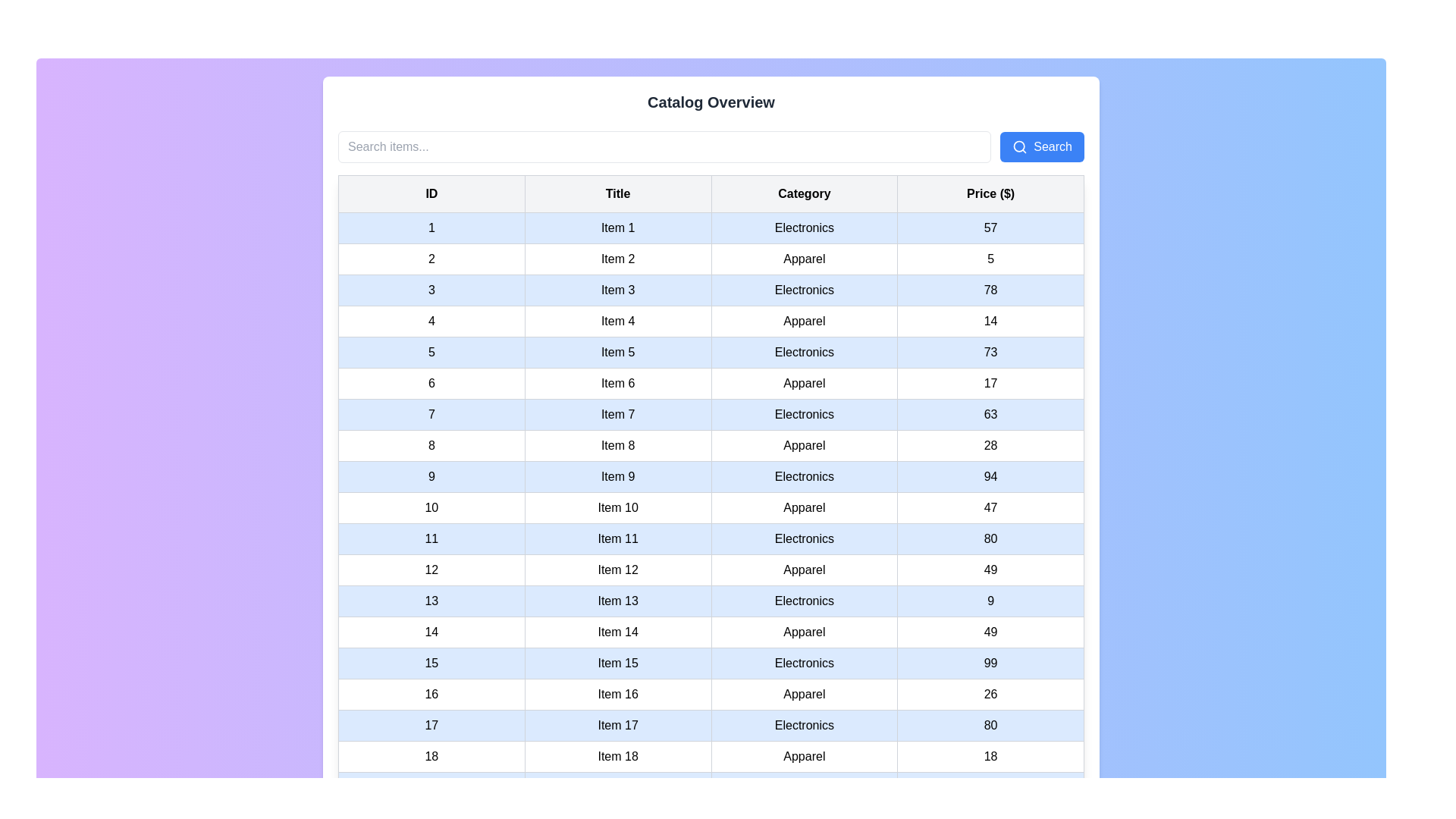  I want to click on the 11th row in the table representing 'Electronics', so click(710, 538).